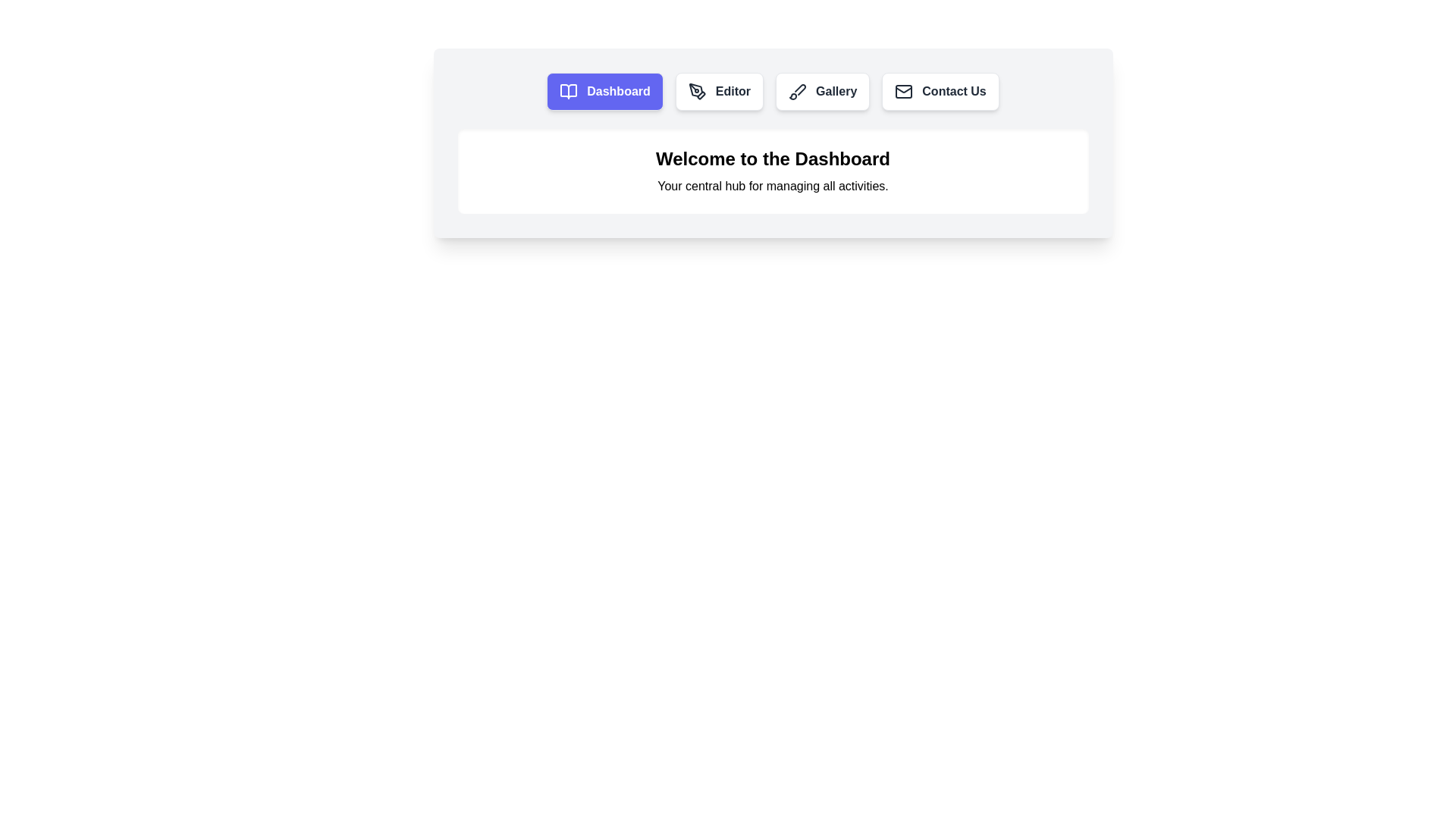  What do you see at coordinates (940, 91) in the screenshot?
I see `the 'Contact Us' button, which is the fourth button in a horizontal toolbar near the top center of the page, located to the right of the 'Gallery' button` at bounding box center [940, 91].